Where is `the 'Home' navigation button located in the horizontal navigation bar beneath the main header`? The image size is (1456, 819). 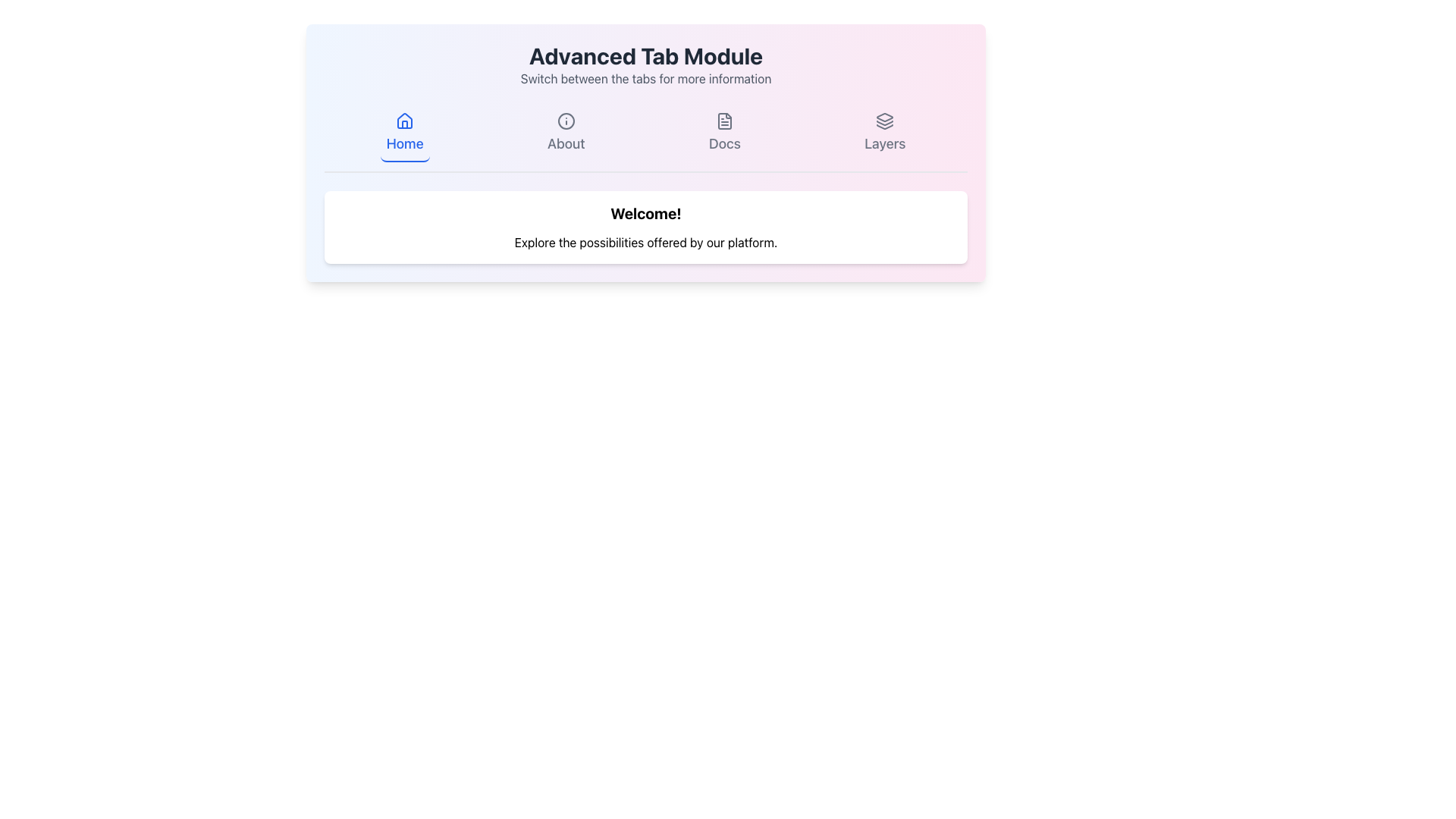 the 'Home' navigation button located in the horizontal navigation bar beneath the main header is located at coordinates (404, 133).